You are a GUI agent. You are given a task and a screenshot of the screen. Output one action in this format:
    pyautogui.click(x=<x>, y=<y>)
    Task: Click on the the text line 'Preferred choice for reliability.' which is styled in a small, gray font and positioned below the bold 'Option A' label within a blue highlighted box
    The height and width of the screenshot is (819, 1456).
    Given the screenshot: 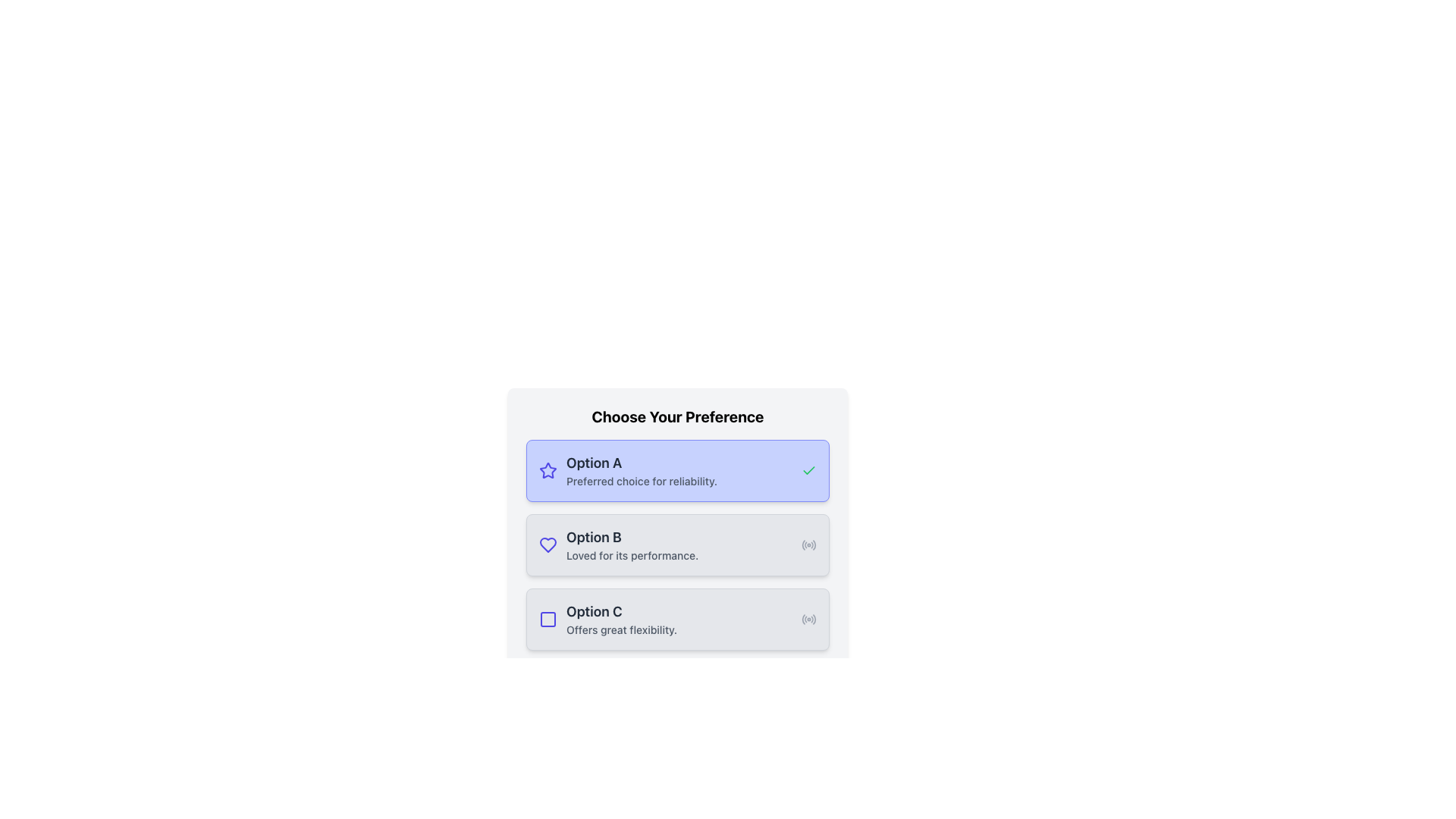 What is the action you would take?
    pyautogui.click(x=679, y=482)
    